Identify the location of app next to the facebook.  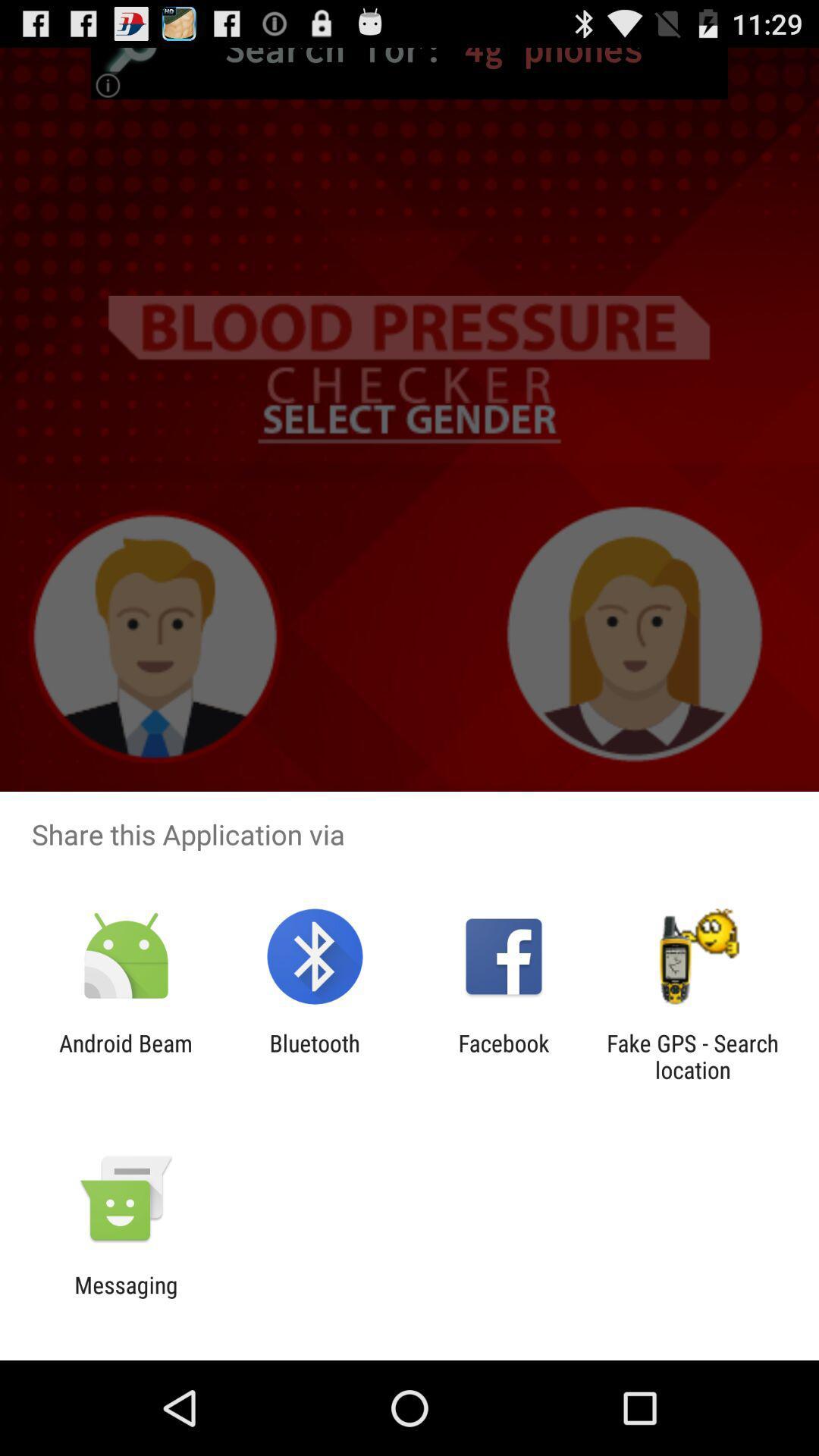
(314, 1056).